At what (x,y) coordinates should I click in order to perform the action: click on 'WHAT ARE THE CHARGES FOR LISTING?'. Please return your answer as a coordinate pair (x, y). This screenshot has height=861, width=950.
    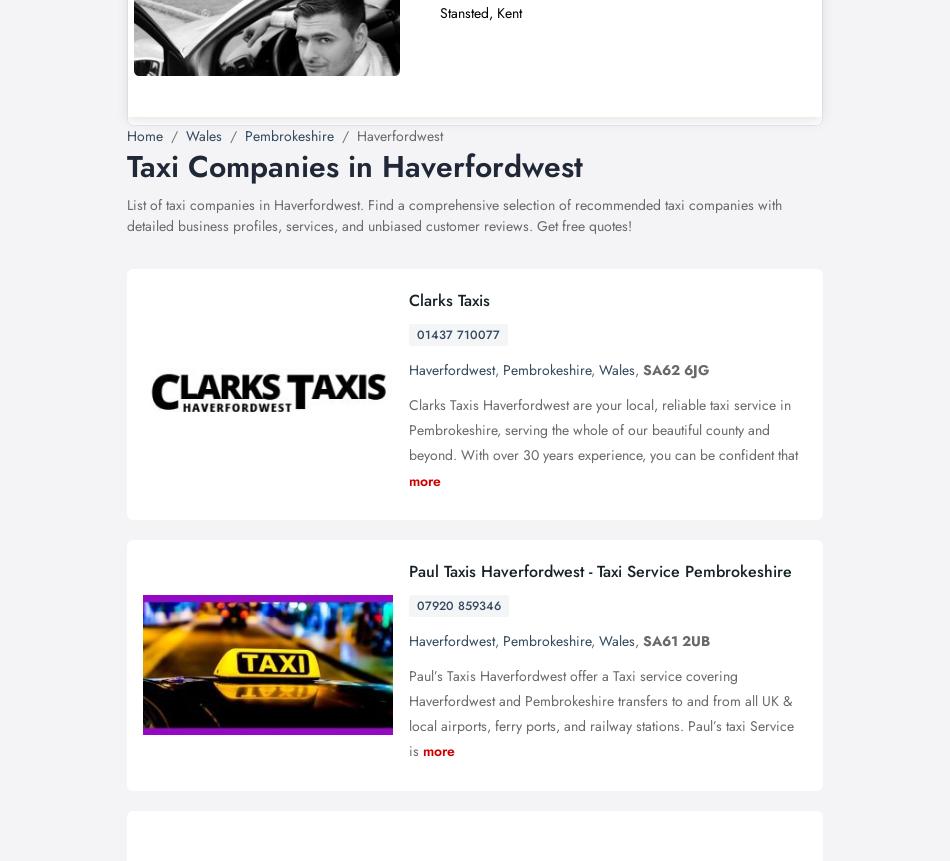
    Looking at the image, I should click on (295, 480).